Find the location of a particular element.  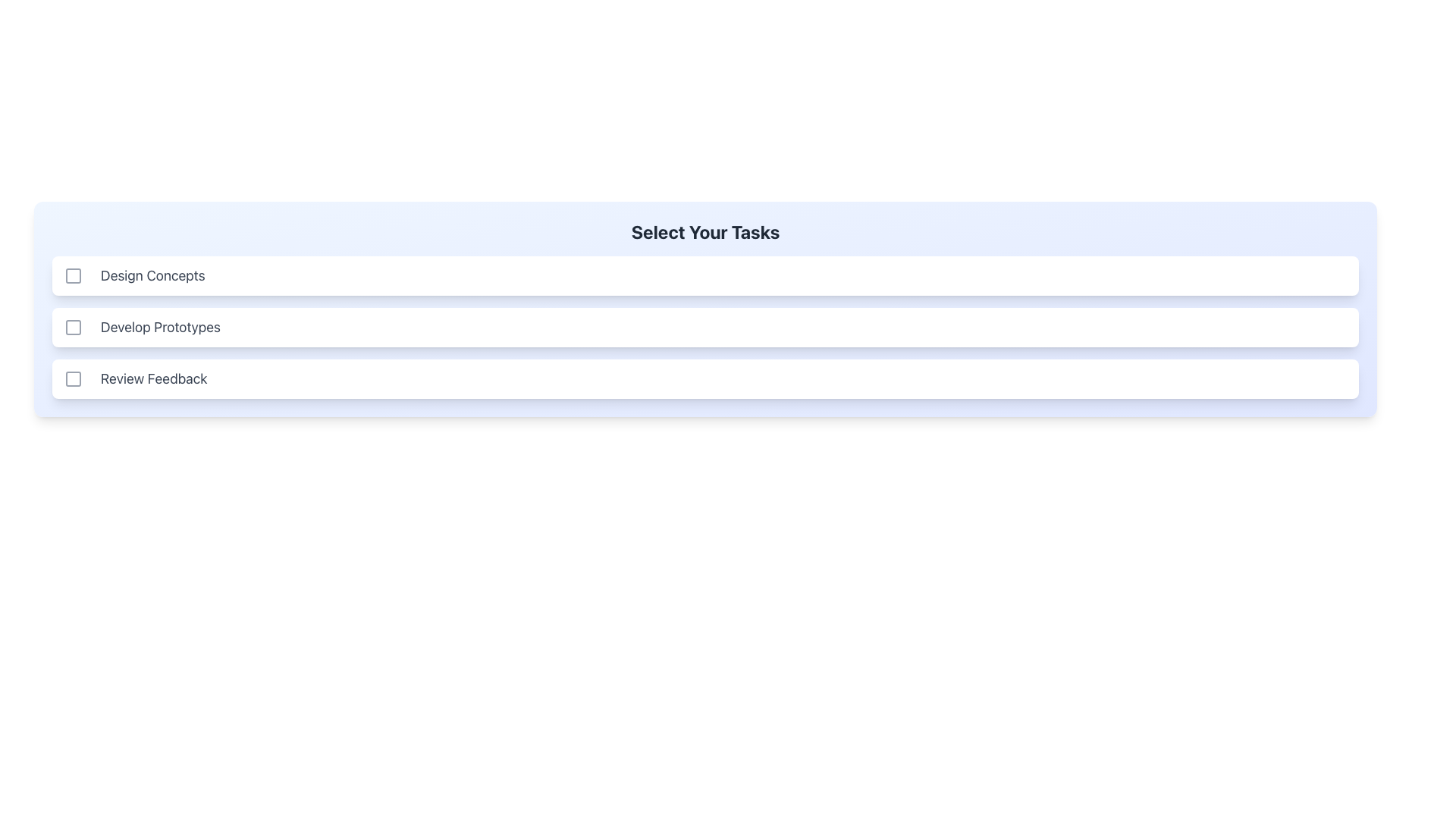

the square-shaped icon outlined in gray that is positioned to the left of the label 'Develop Prototypes' is located at coordinates (72, 327).